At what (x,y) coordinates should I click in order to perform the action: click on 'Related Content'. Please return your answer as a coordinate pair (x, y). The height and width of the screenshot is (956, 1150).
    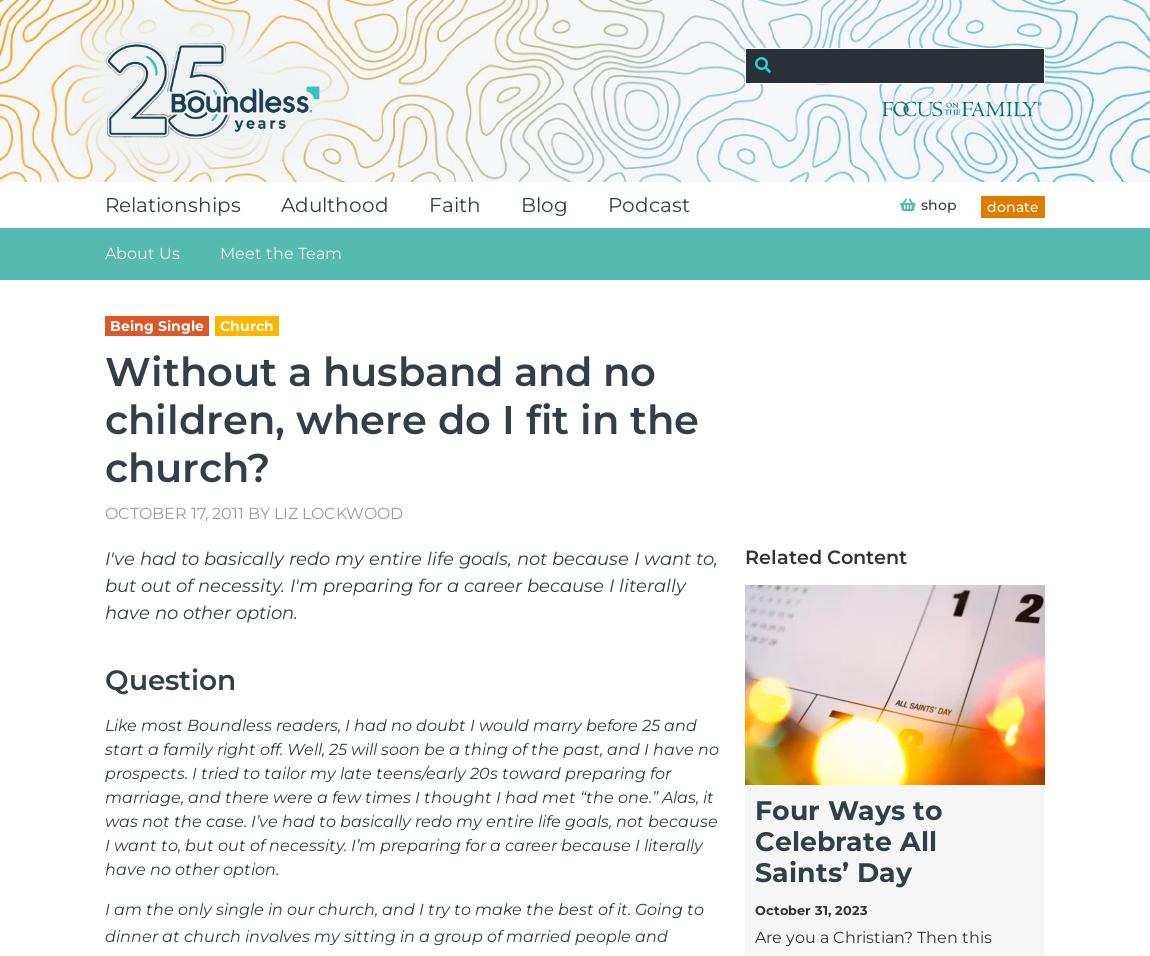
    Looking at the image, I should click on (824, 555).